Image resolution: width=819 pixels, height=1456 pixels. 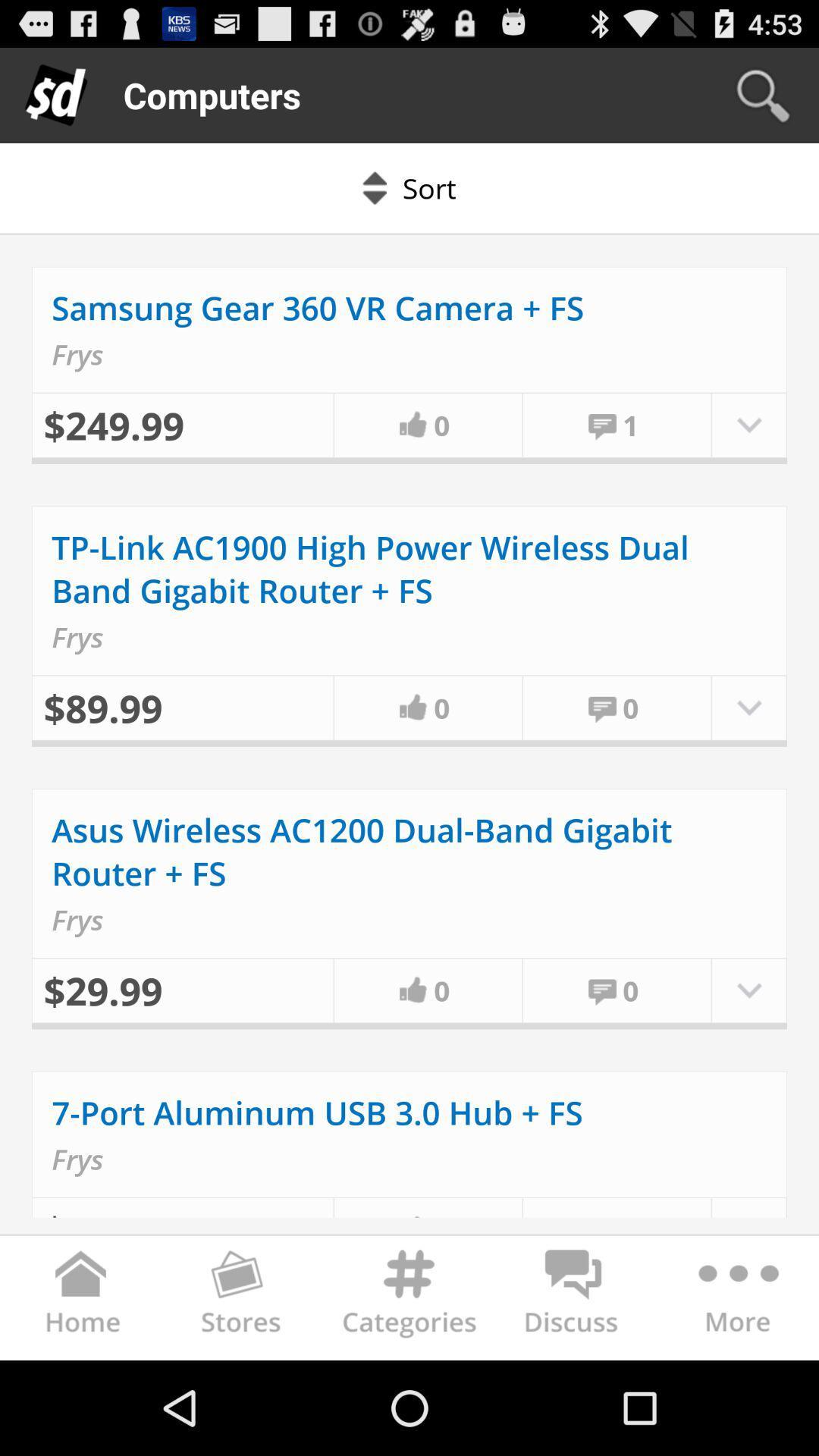 I want to click on the settings icon, so click(x=409, y=1392).